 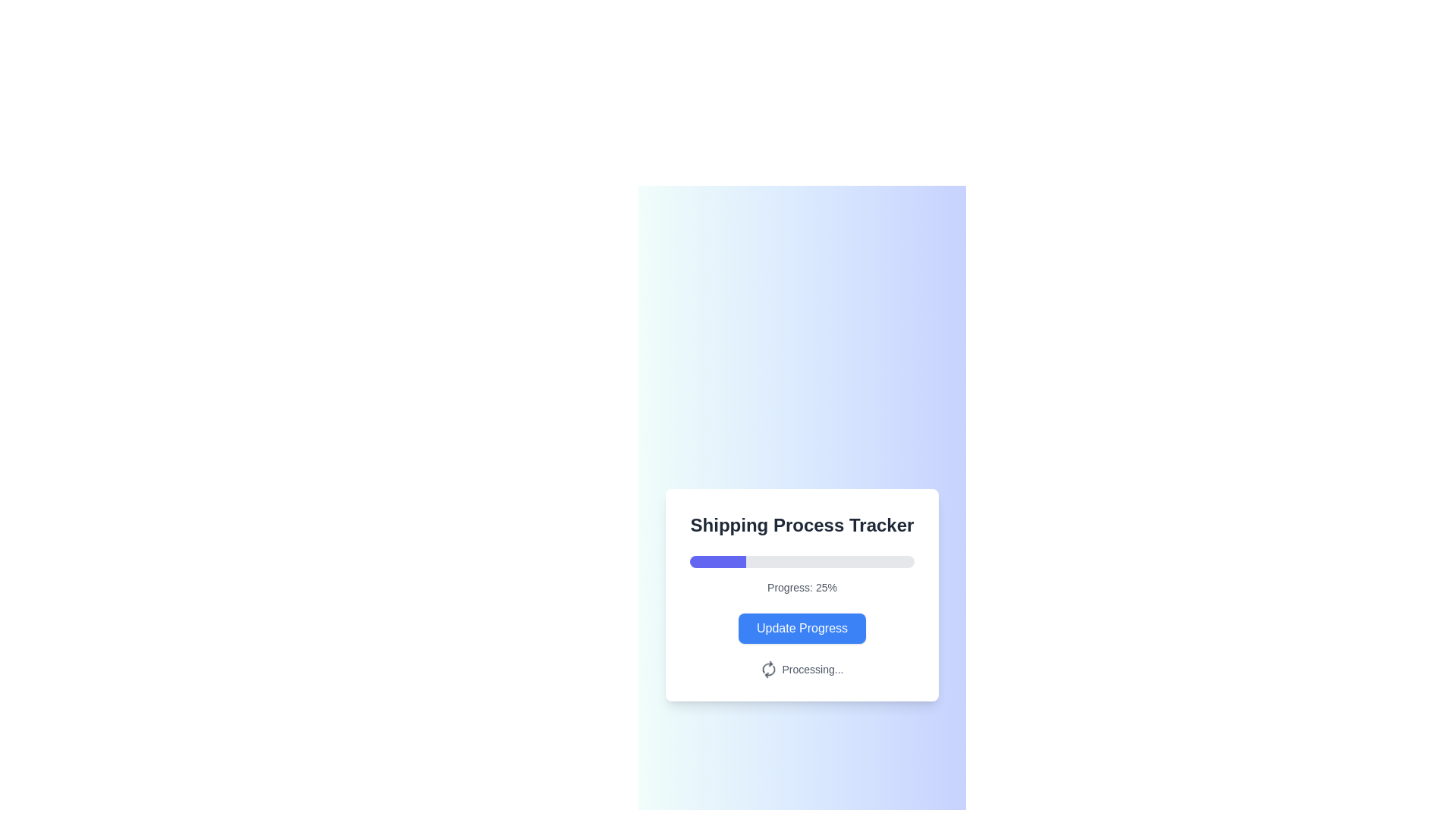 I want to click on the horizontal progress bar styled with rounded ends, gray background, and purple fill, located below the 'Shipping Process Tracker' title and above the text 'Progress: 25%', so click(x=801, y=561).